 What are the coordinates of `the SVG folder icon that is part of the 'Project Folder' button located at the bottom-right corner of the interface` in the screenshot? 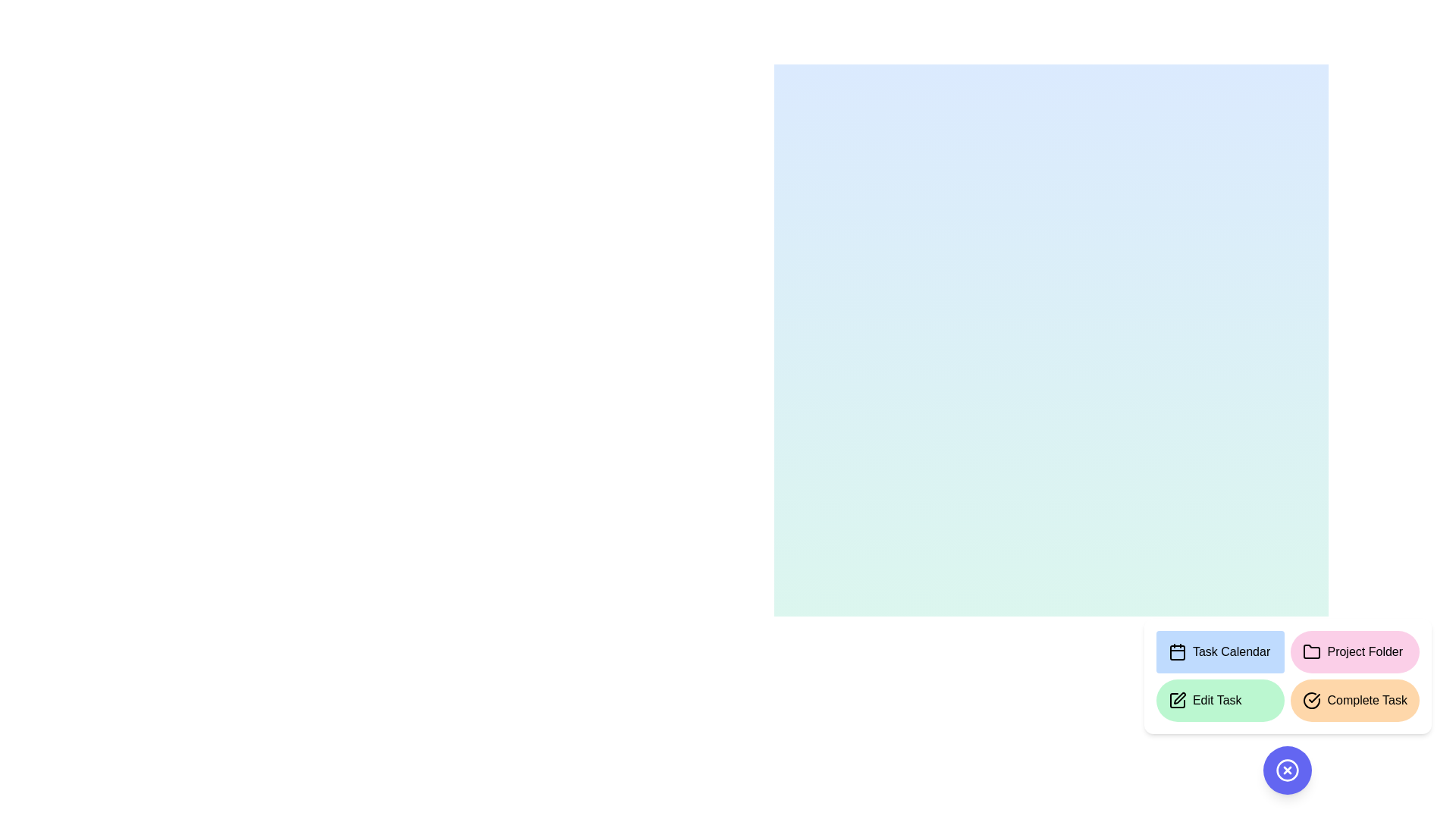 It's located at (1311, 651).